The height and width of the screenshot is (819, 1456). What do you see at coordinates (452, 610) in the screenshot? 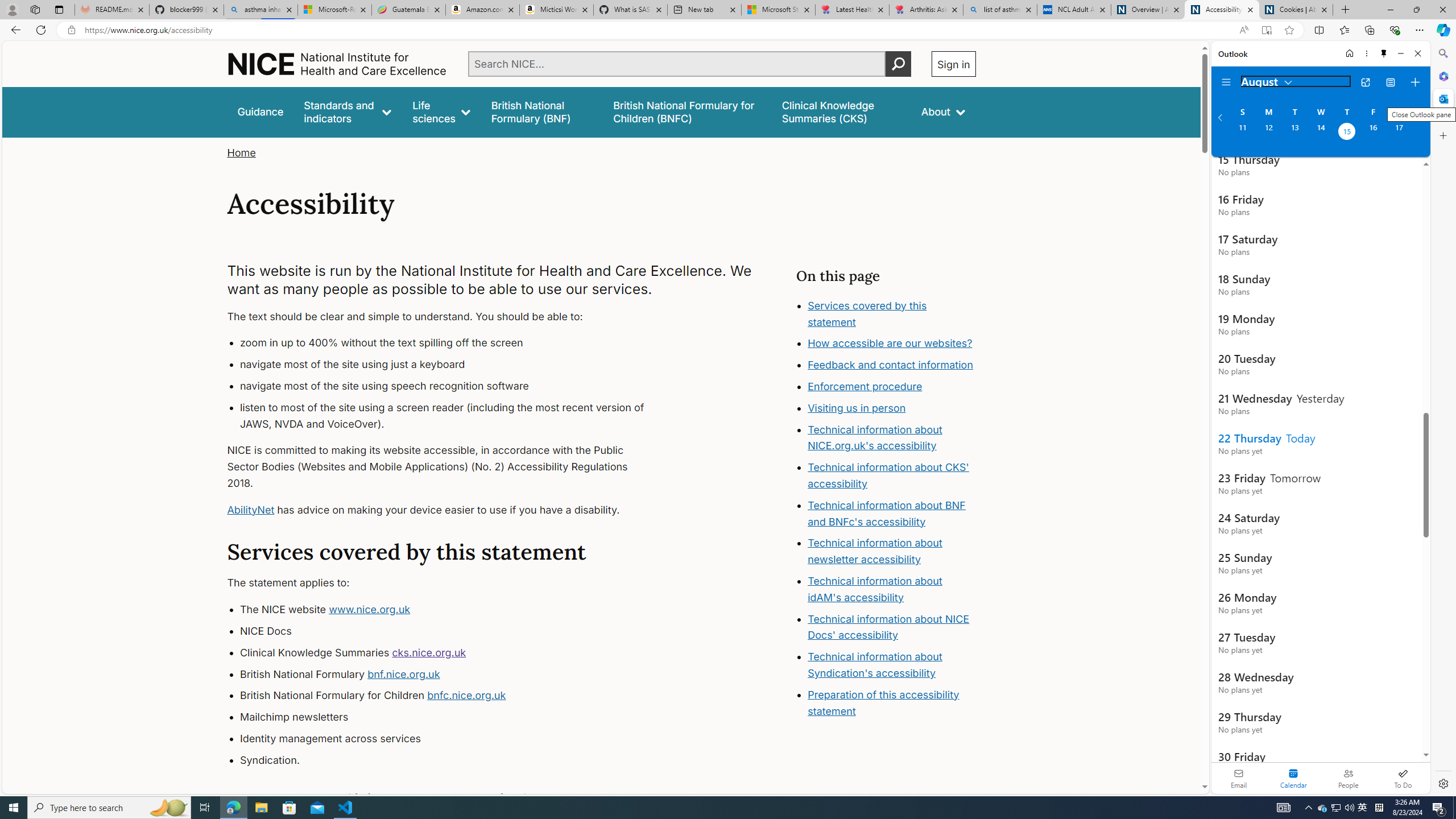
I see `'The NICE website www.nice.org.uk'` at bounding box center [452, 610].